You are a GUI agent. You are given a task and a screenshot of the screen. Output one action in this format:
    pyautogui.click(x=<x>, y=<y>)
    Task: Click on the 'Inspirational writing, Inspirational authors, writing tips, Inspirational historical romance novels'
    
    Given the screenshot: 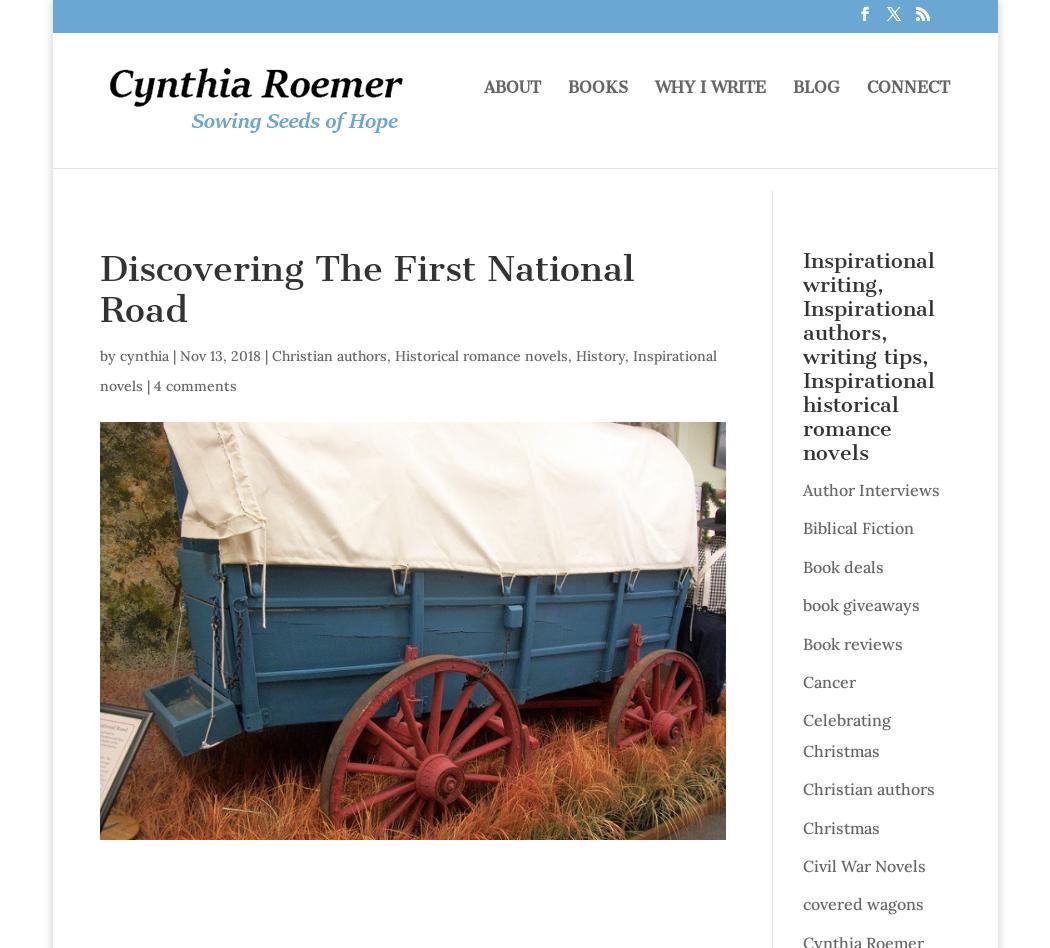 What is the action you would take?
    pyautogui.click(x=867, y=356)
    